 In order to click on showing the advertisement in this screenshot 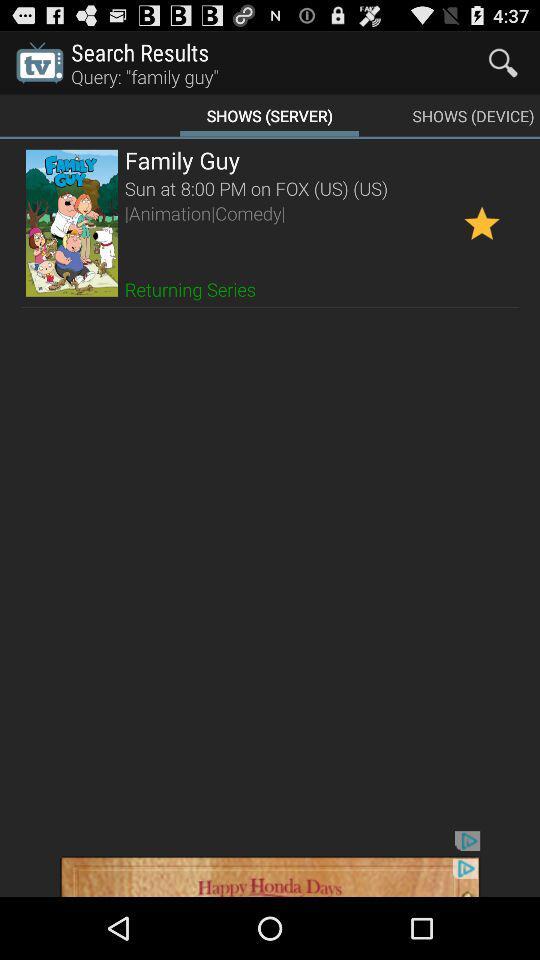, I will do `click(270, 863)`.